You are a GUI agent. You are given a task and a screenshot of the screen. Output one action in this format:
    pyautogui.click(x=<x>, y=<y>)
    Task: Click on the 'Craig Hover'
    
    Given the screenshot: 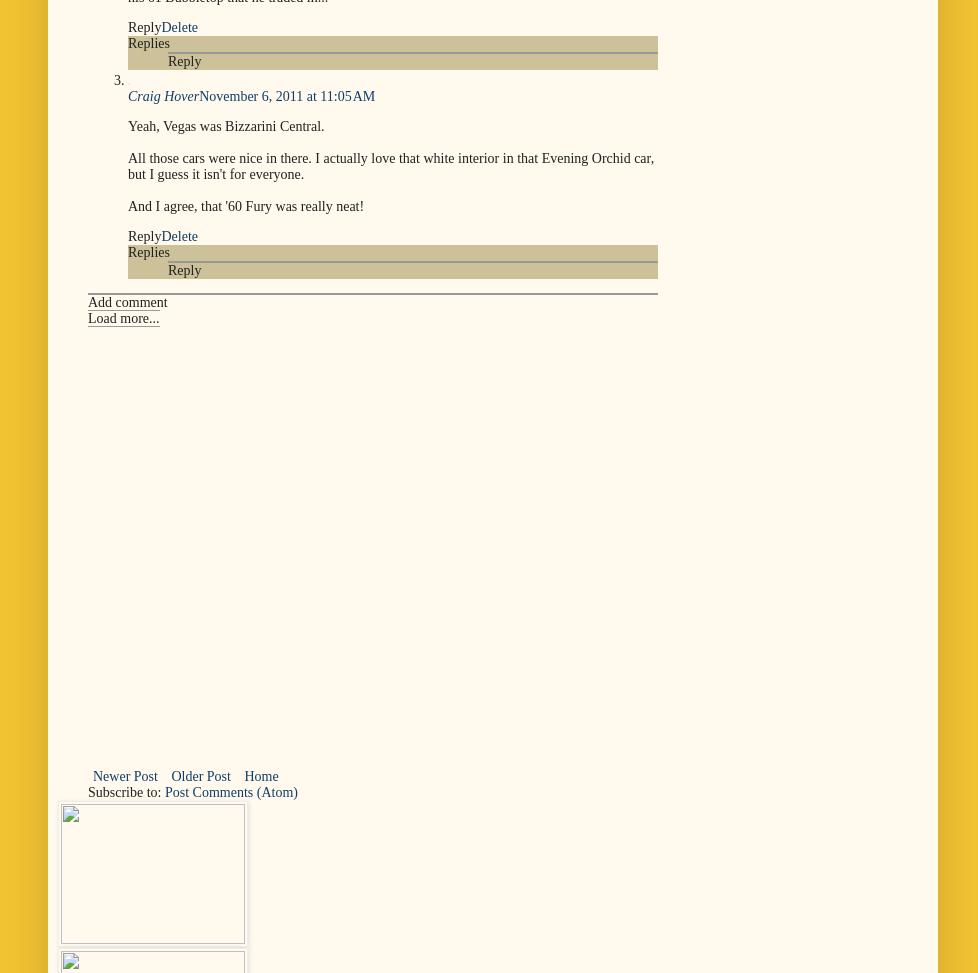 What is the action you would take?
    pyautogui.click(x=163, y=94)
    